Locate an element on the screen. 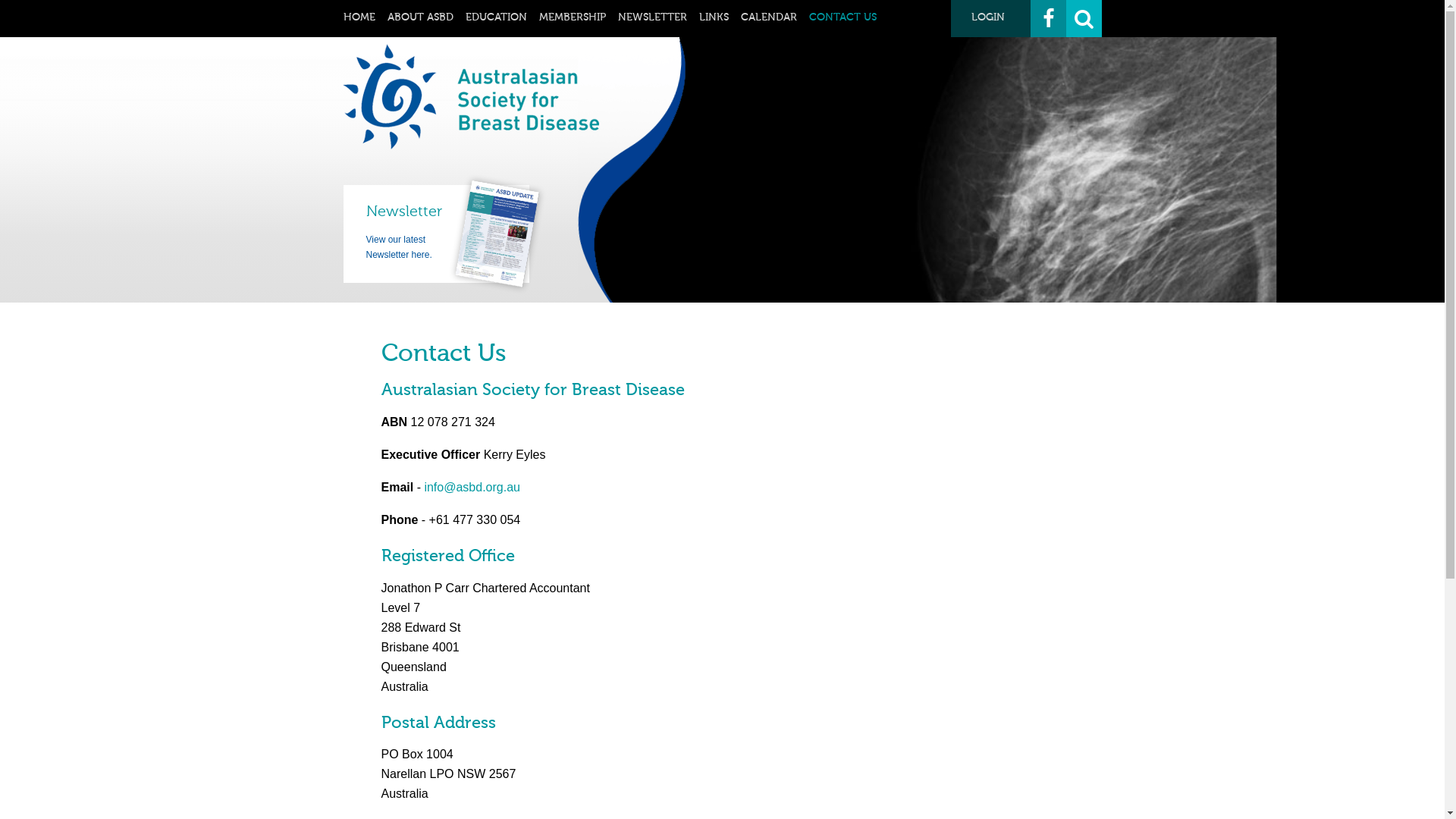 The image size is (1456, 819). 'CONTACT US' is located at coordinates (807, 17).